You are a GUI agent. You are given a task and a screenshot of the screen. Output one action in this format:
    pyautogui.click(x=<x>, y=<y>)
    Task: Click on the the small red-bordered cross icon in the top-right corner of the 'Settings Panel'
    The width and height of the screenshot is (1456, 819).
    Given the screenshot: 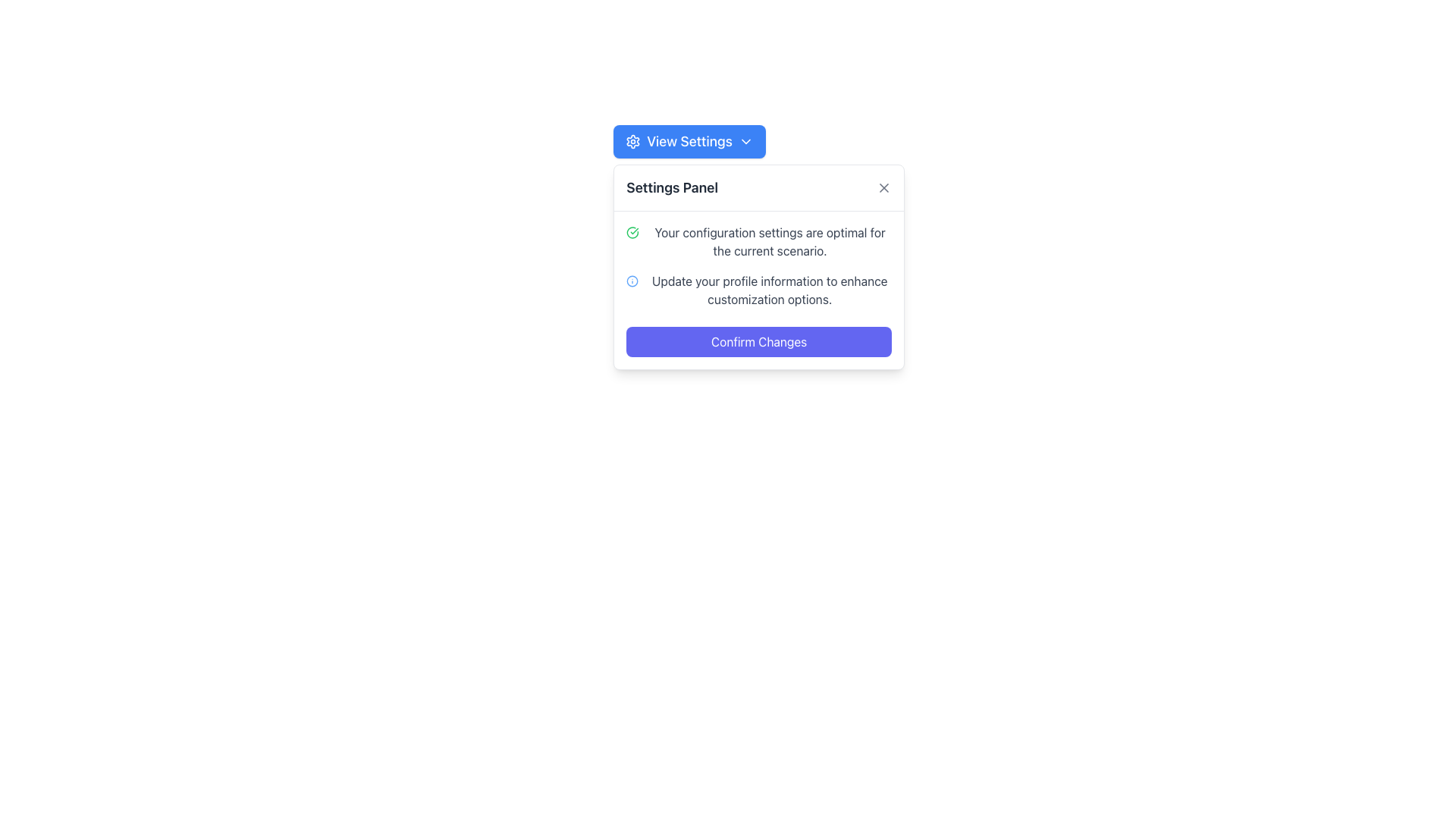 What is the action you would take?
    pyautogui.click(x=884, y=187)
    